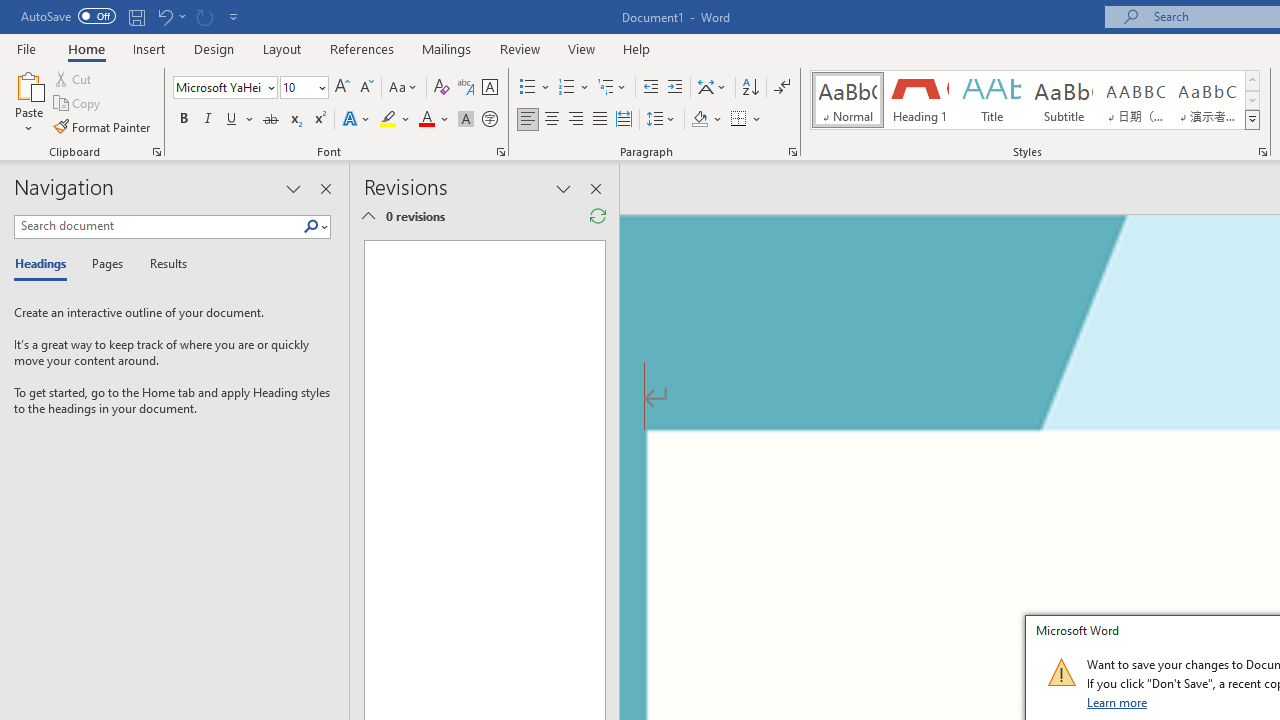 This screenshot has width=1280, height=720. Describe the element at coordinates (104, 264) in the screenshot. I see `'Pages'` at that location.